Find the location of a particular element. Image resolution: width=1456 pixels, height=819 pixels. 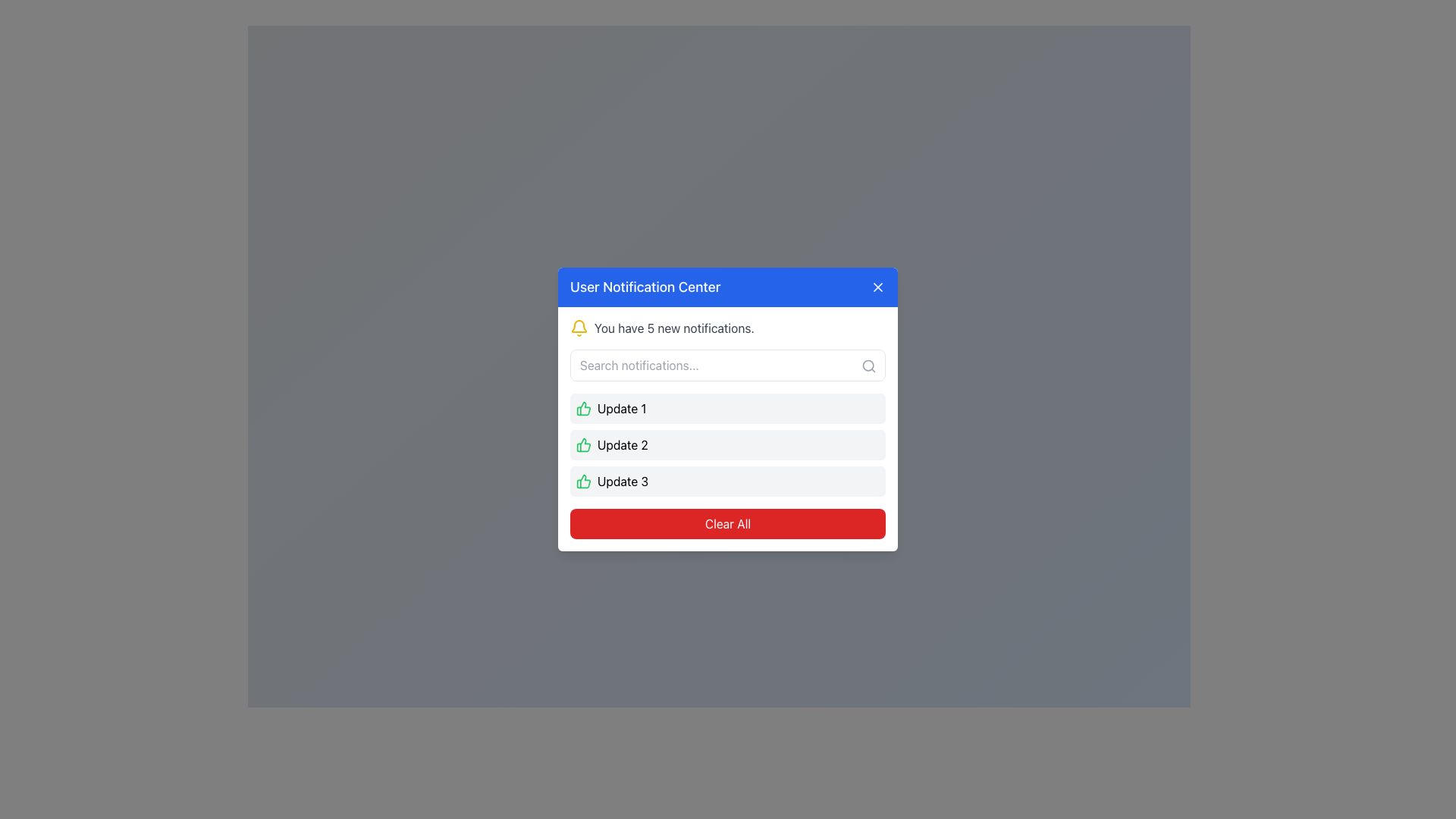

the notifications button in the User Notification Center dialog is located at coordinates (718, 435).